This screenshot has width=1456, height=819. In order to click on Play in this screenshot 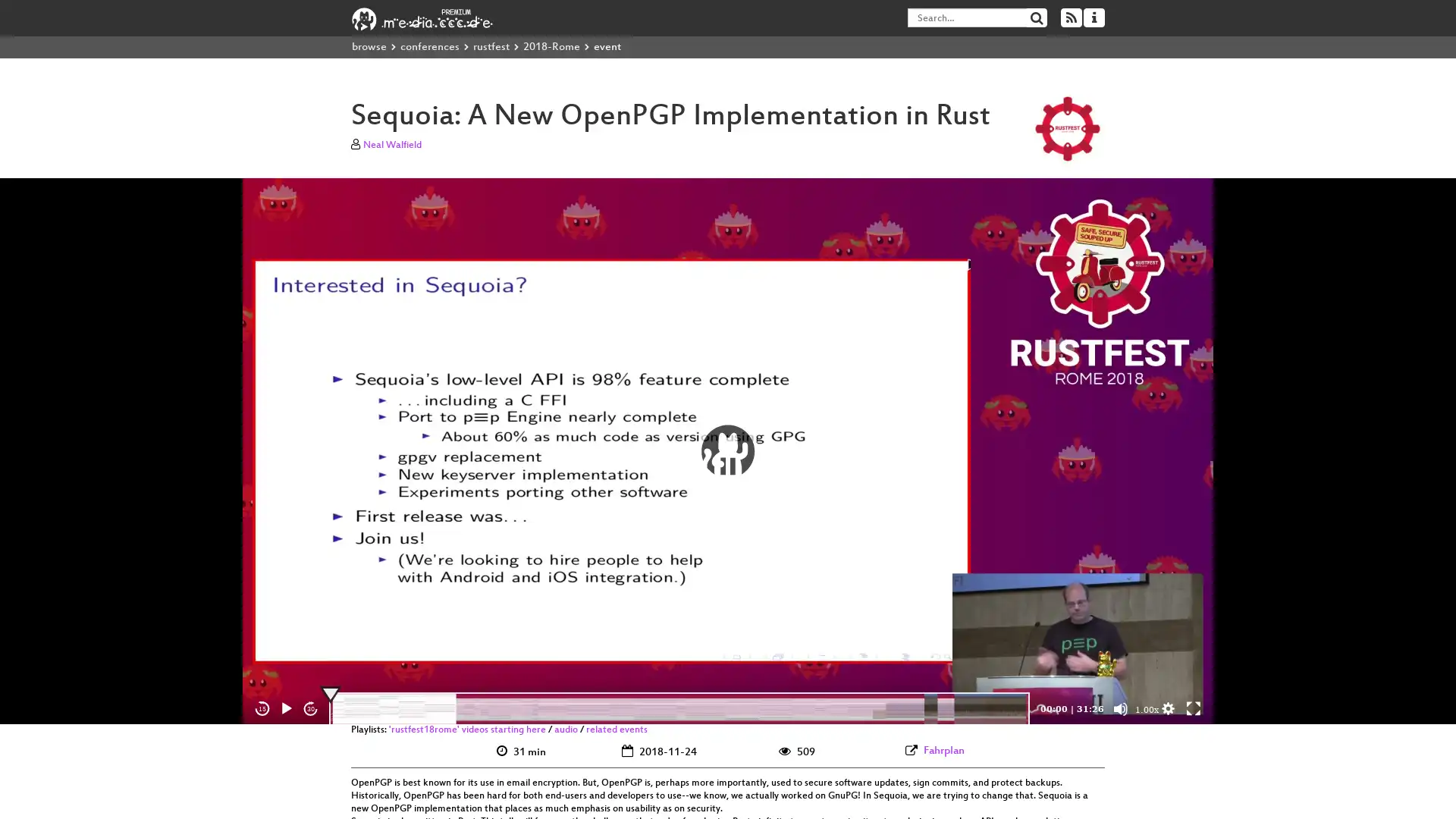, I will do `click(287, 708)`.